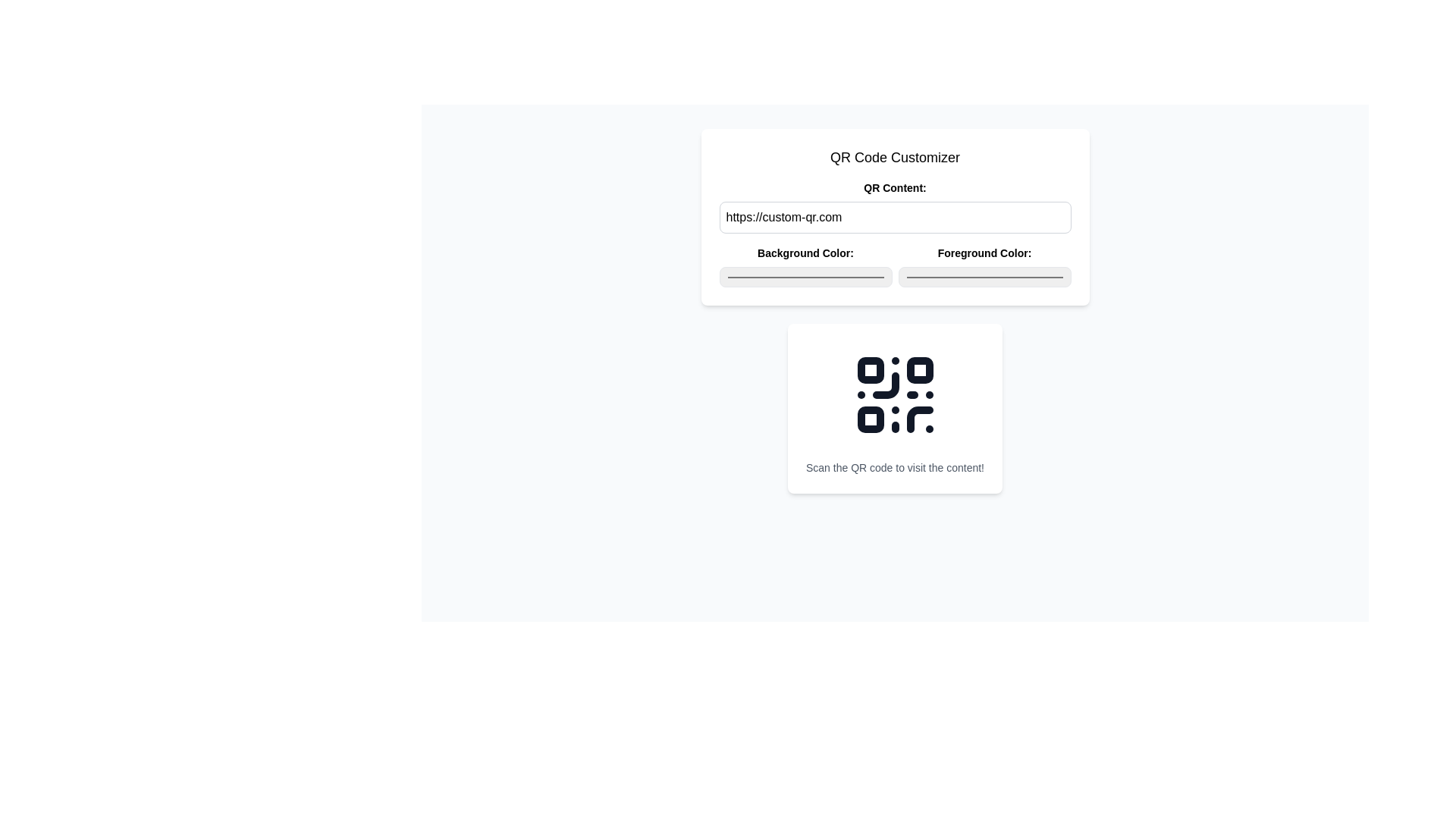 This screenshot has height=819, width=1456. I want to click on the foreground color value by sliding, so click(963, 277).